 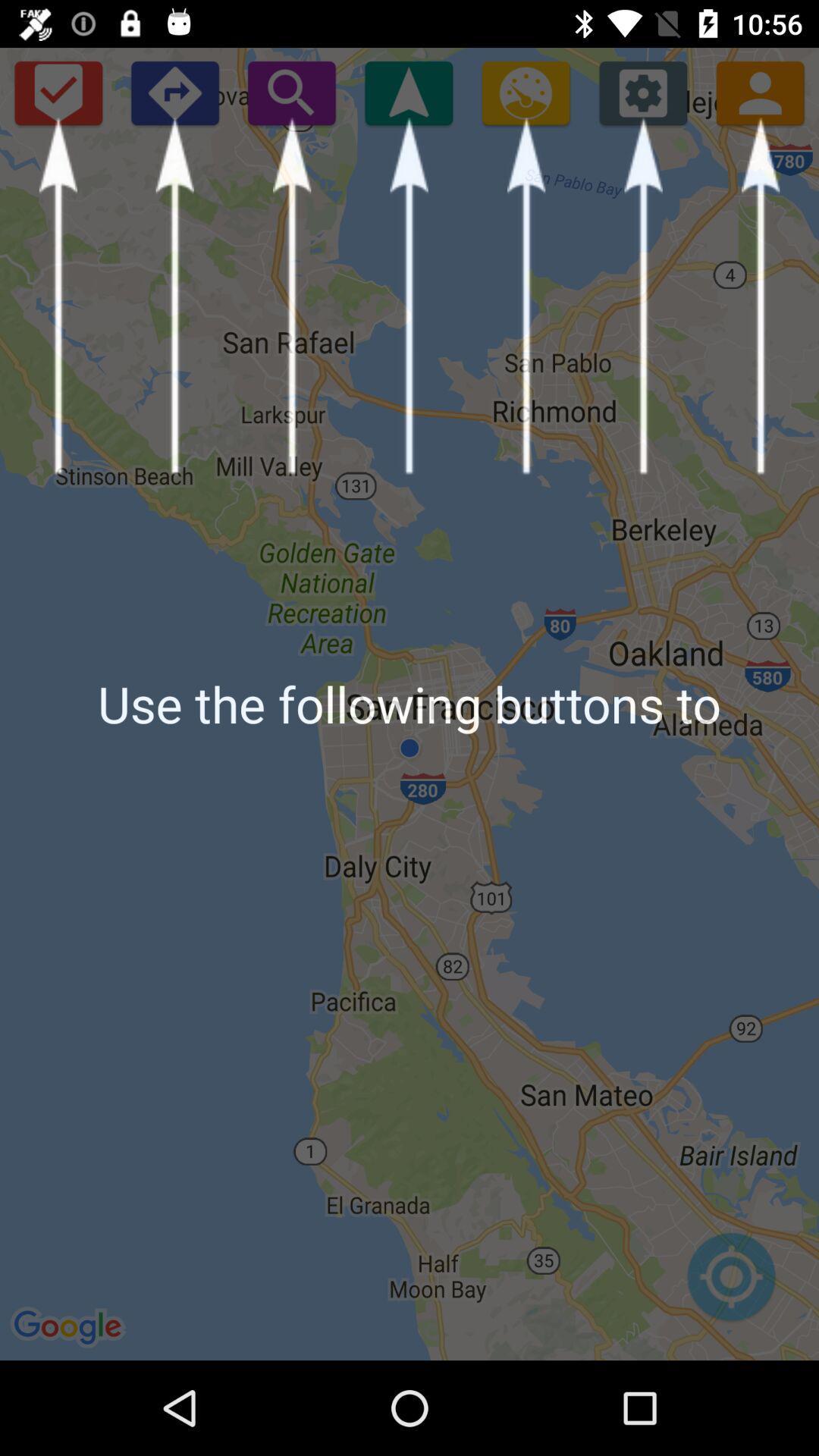 I want to click on current location, so click(x=408, y=92).